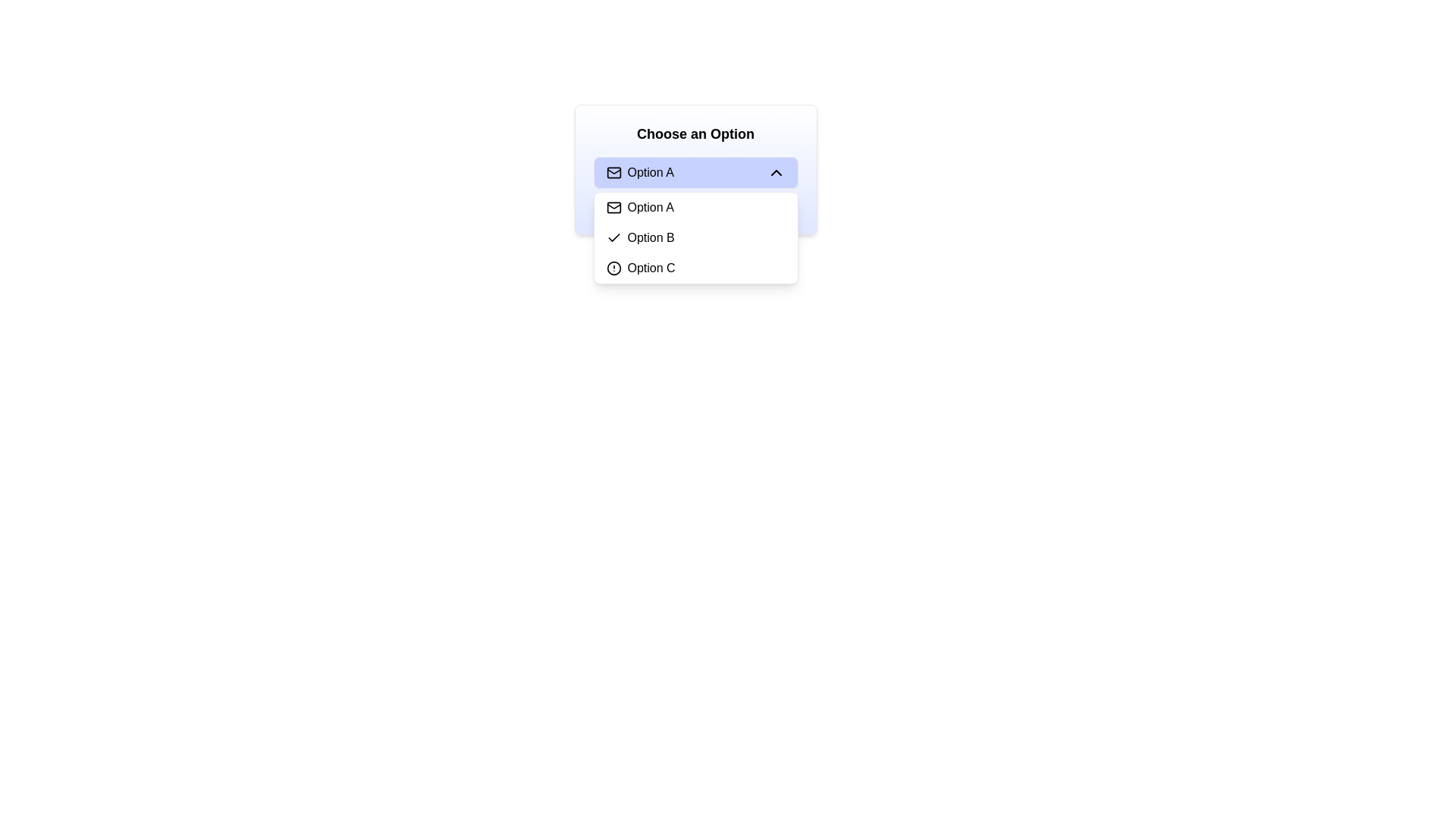 Image resolution: width=1456 pixels, height=819 pixels. Describe the element at coordinates (613, 206) in the screenshot. I see `the envelope icon located in the dropdown menu adjacent to 'Option A'` at that location.